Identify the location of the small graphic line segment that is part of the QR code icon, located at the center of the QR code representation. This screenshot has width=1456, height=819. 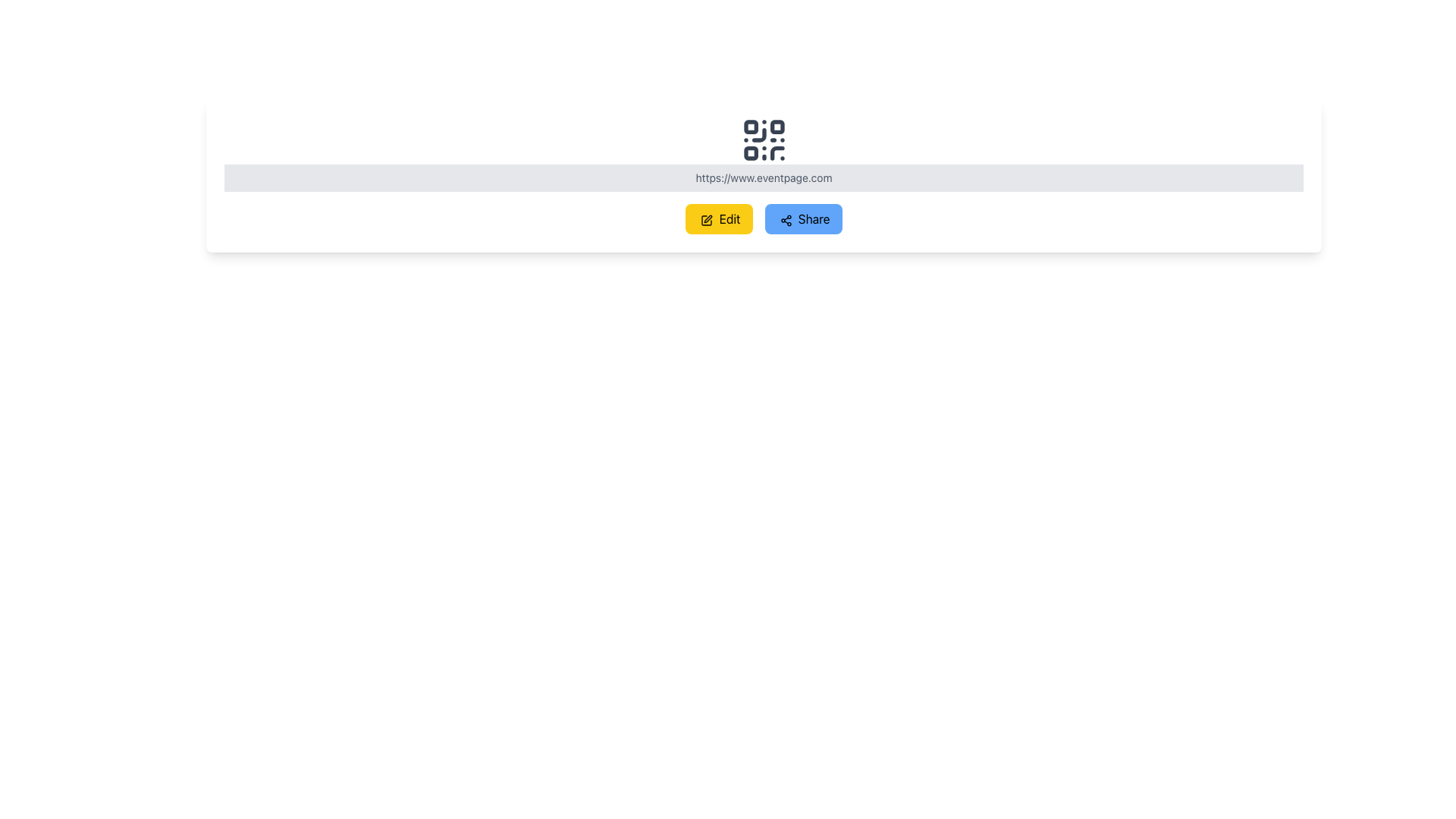
(758, 134).